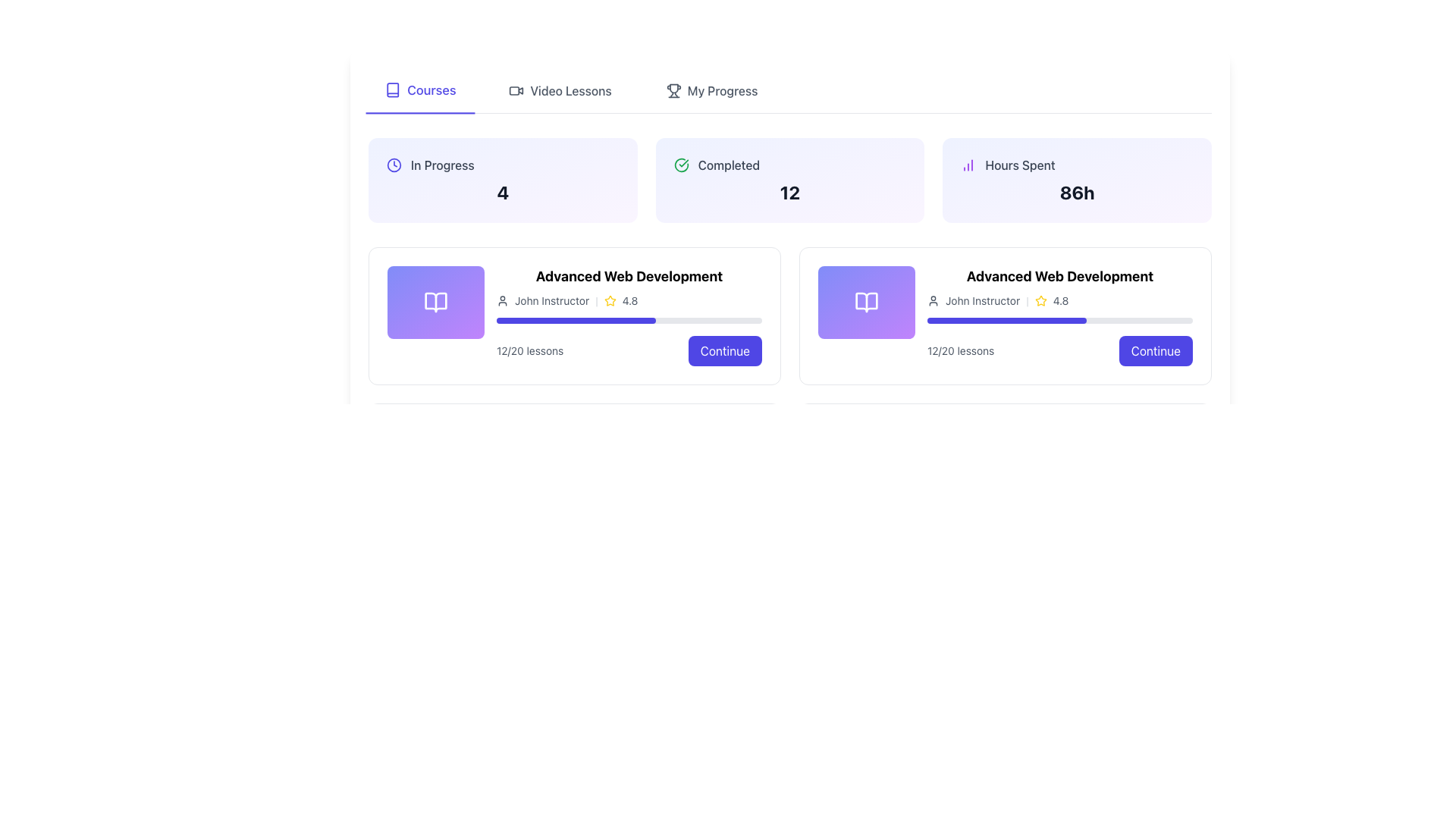  What do you see at coordinates (629, 320) in the screenshot?
I see `the linear progress bar that is indigo-colored with rounded ends, located beneath the 'John Instructor | 4.8' text and above the '12/20 lessons' text, which indicates progress at approximately 60%` at bounding box center [629, 320].